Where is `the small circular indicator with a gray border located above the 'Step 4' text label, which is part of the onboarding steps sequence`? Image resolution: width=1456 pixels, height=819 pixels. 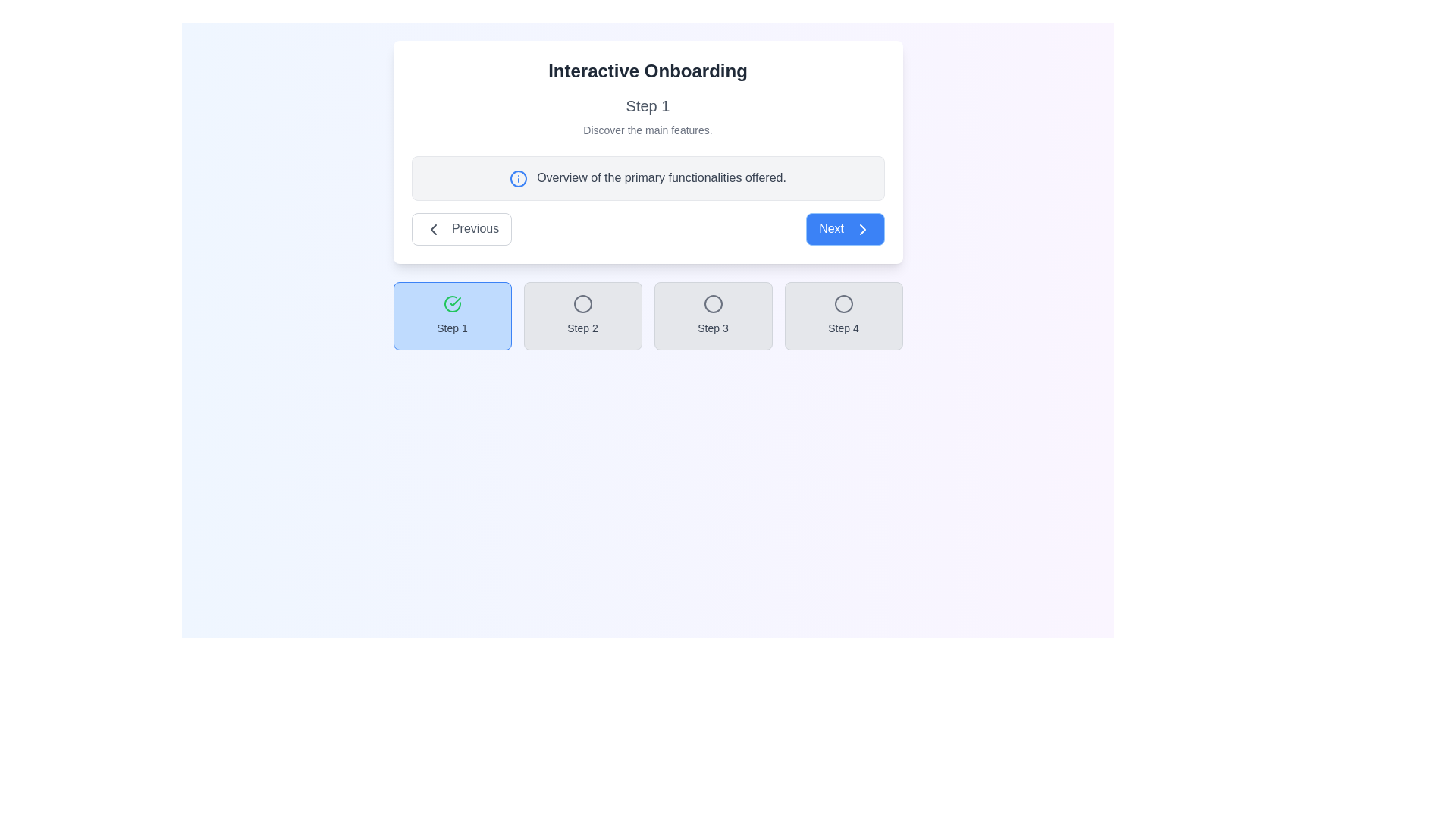
the small circular indicator with a gray border located above the 'Step 4' text label, which is part of the onboarding steps sequence is located at coordinates (843, 303).